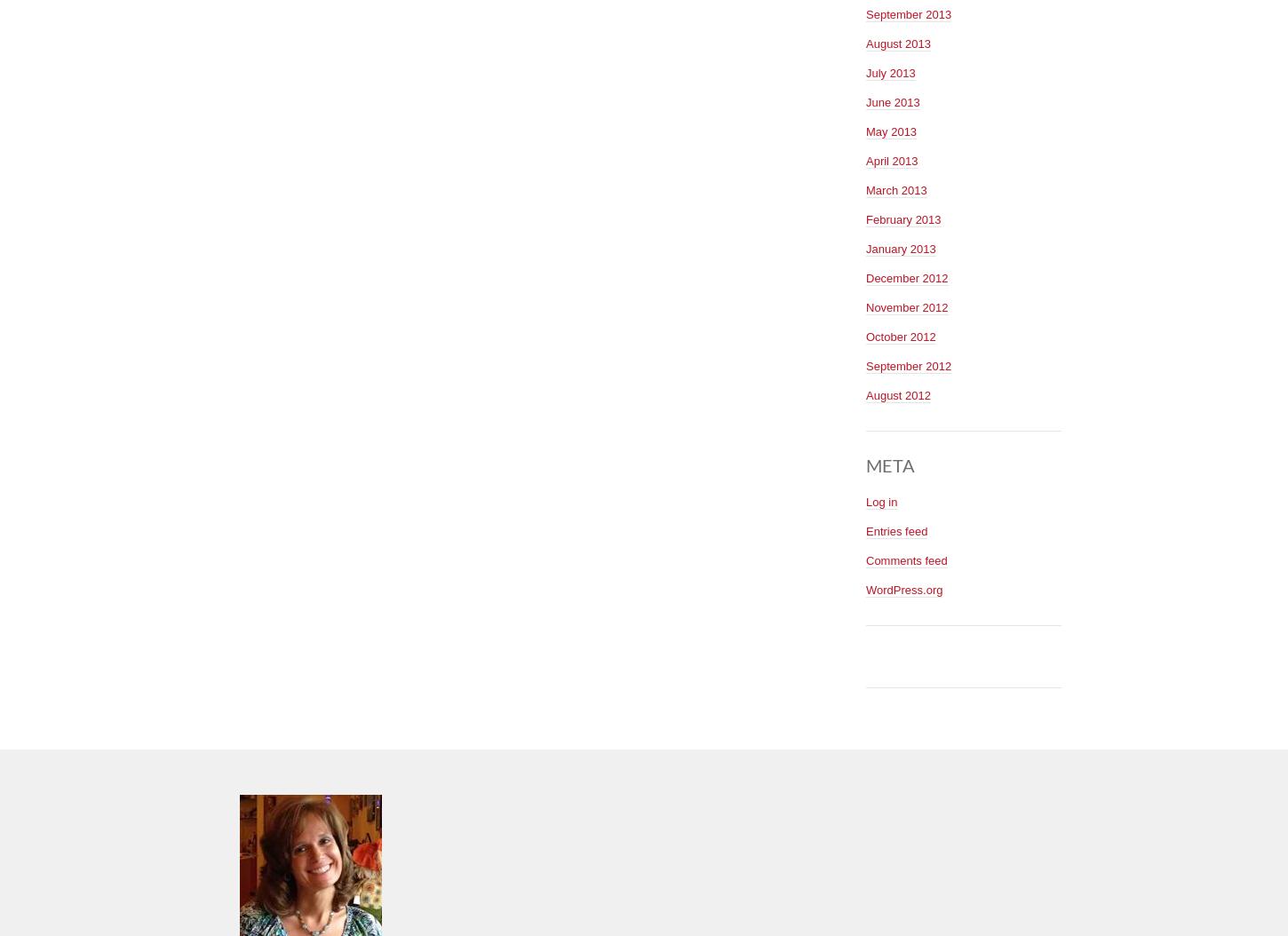  I want to click on 'September 2012', so click(865, 364).